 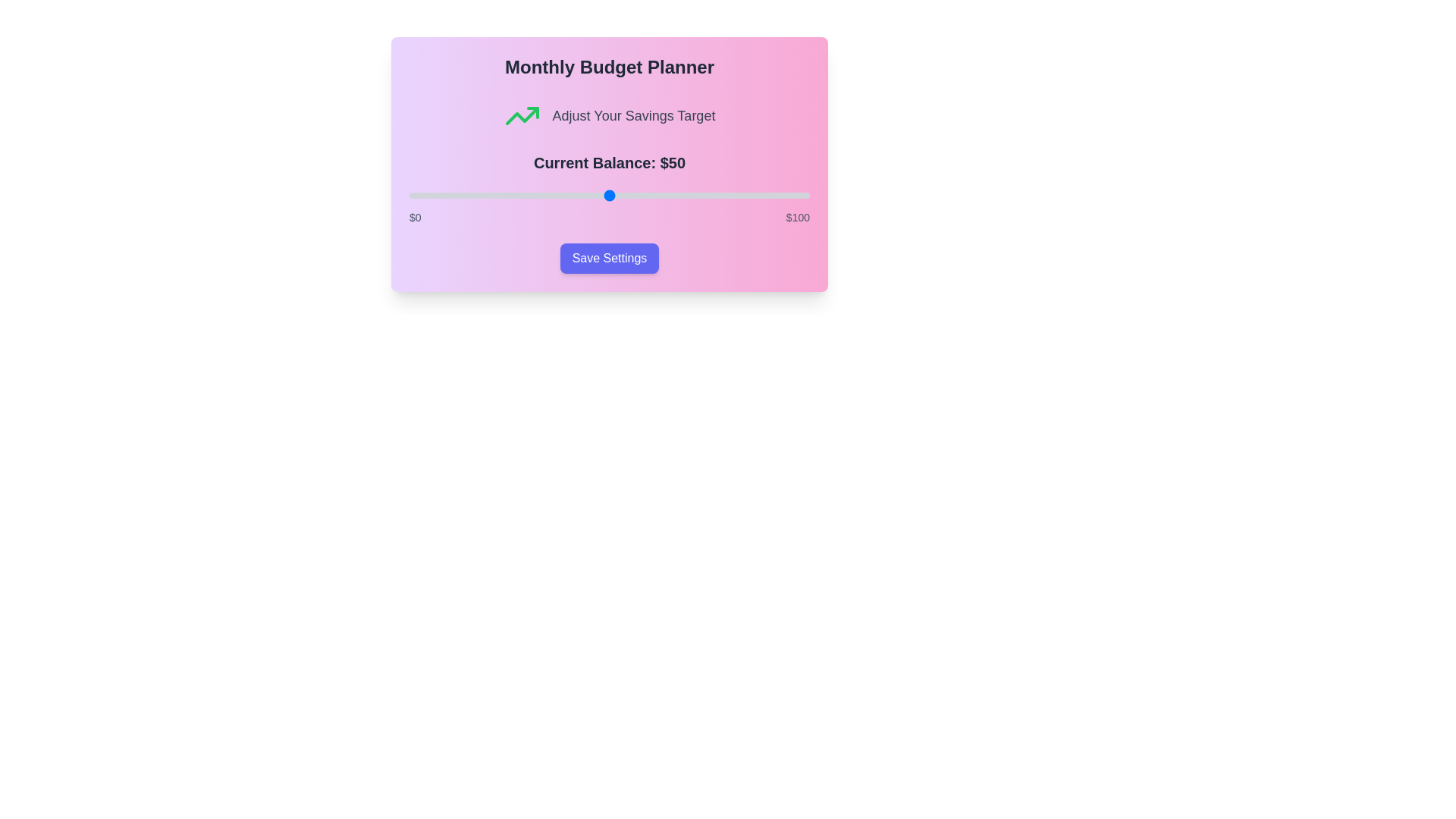 I want to click on the 'Adjust Your Savings Target' text and icon, so click(x=633, y=115).